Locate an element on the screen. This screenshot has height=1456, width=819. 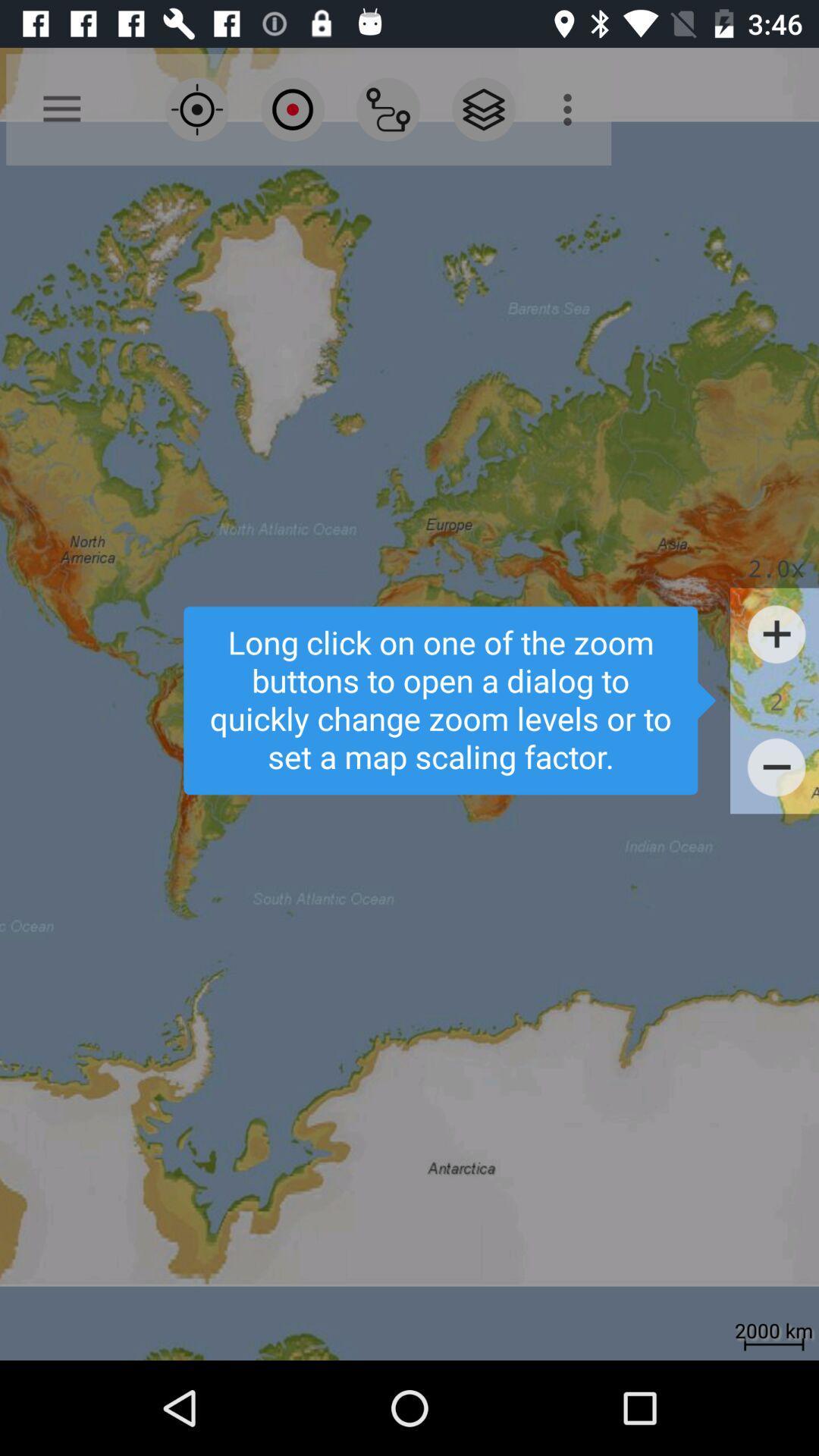
the icon at the top right corner is located at coordinates (571, 108).